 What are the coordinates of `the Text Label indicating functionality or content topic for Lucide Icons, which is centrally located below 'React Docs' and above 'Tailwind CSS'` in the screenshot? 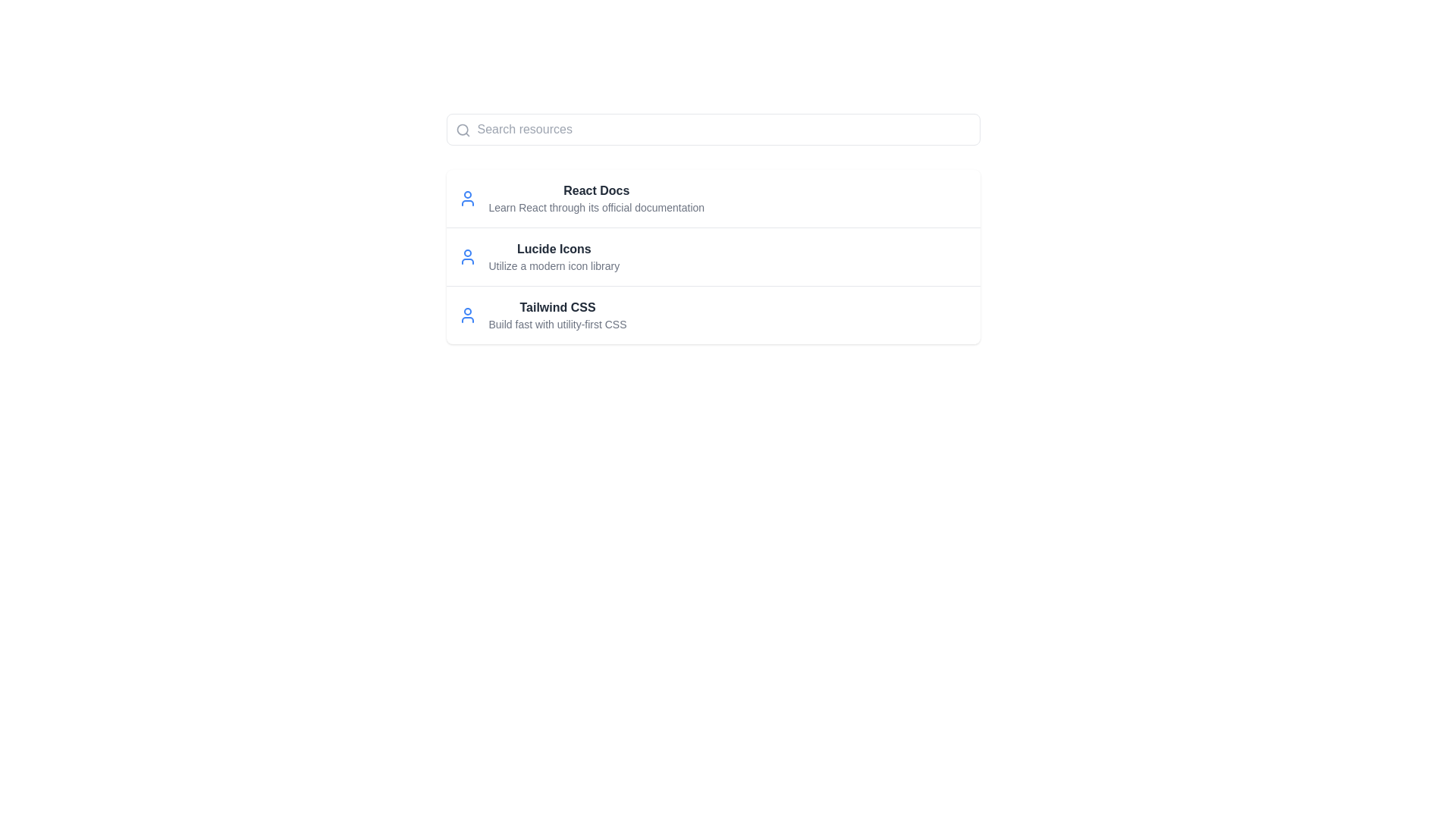 It's located at (553, 248).